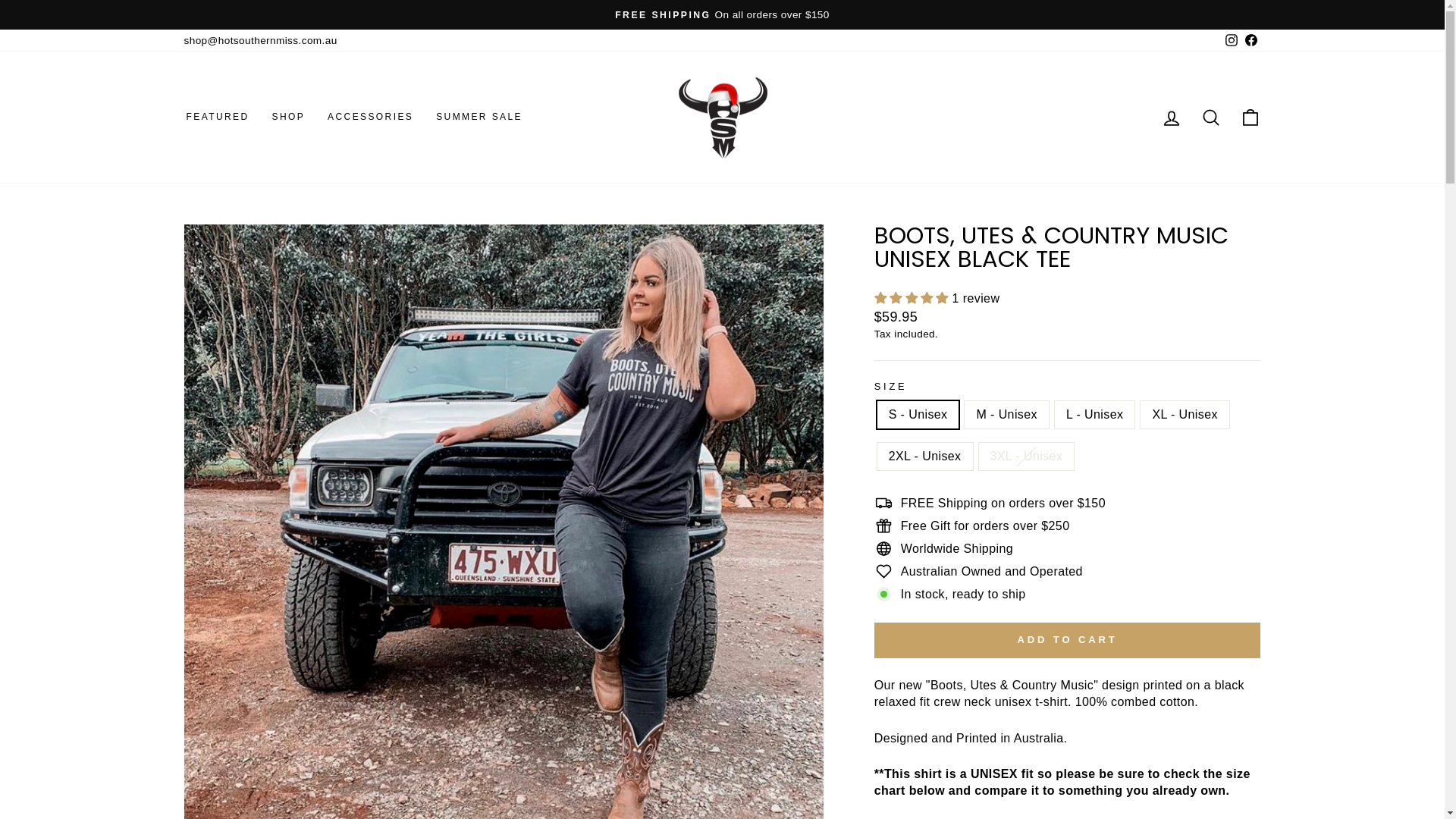 Image resolution: width=1456 pixels, height=819 pixels. What do you see at coordinates (287, 116) in the screenshot?
I see `'SHOP'` at bounding box center [287, 116].